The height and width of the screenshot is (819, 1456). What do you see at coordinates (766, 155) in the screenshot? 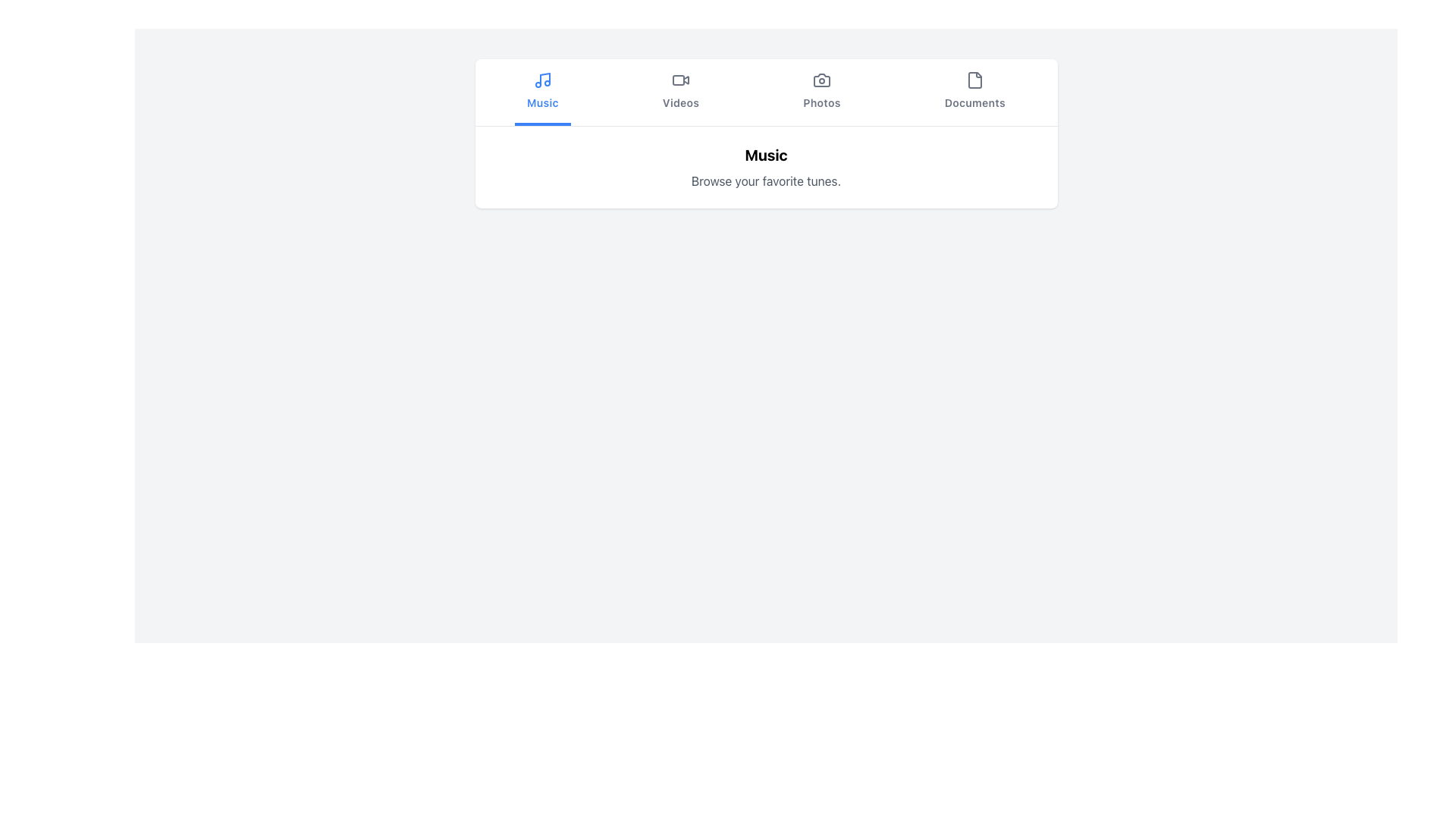
I see `the bold 'Music' text label located at the top center of the interface, which serves as the header above the text 'Browse your favorite tunes.'` at bounding box center [766, 155].